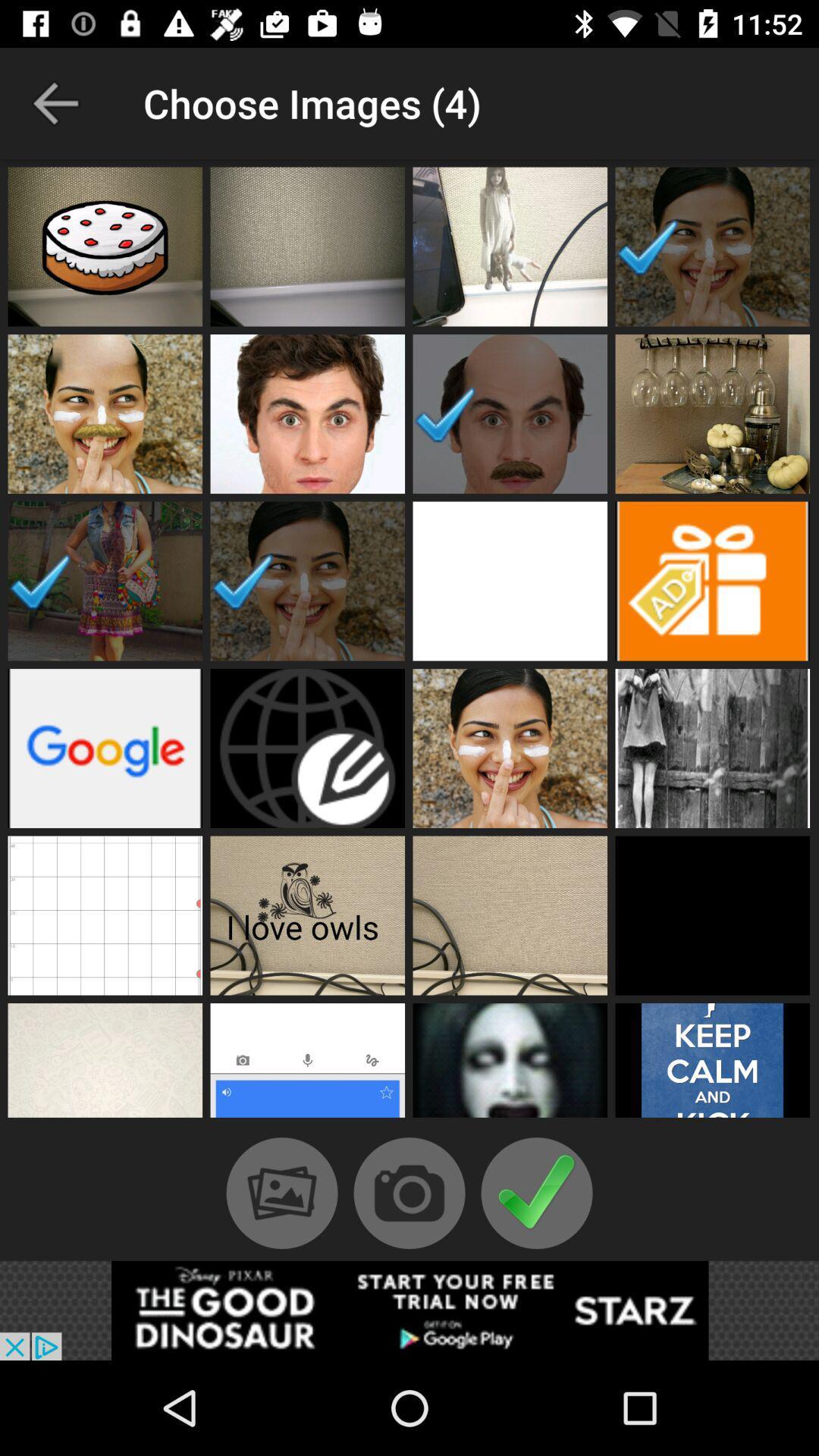 This screenshot has width=819, height=1456. Describe the element at coordinates (55, 102) in the screenshot. I see `go back` at that location.